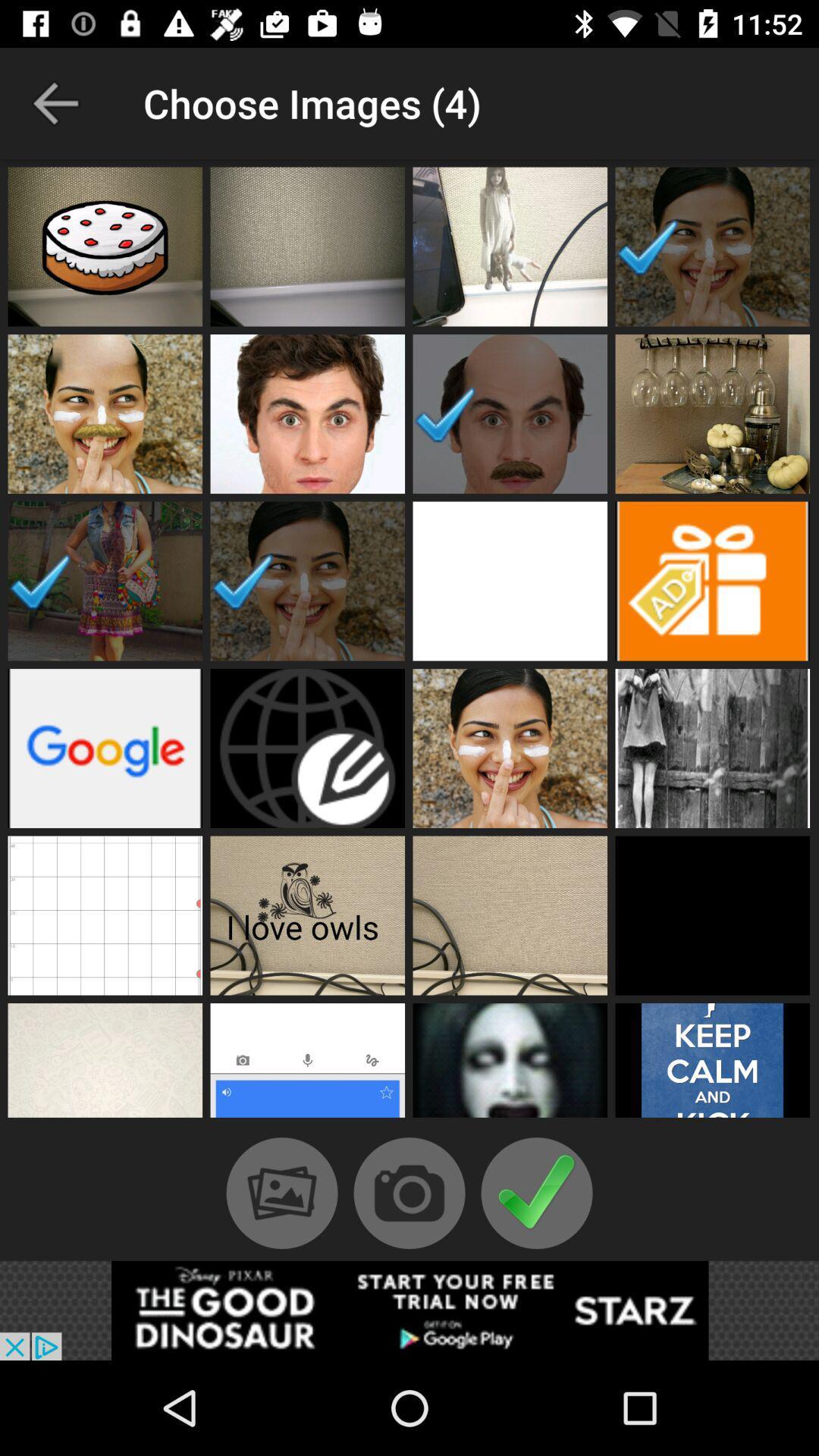 This screenshot has width=819, height=1456. Describe the element at coordinates (55, 102) in the screenshot. I see `go back` at that location.